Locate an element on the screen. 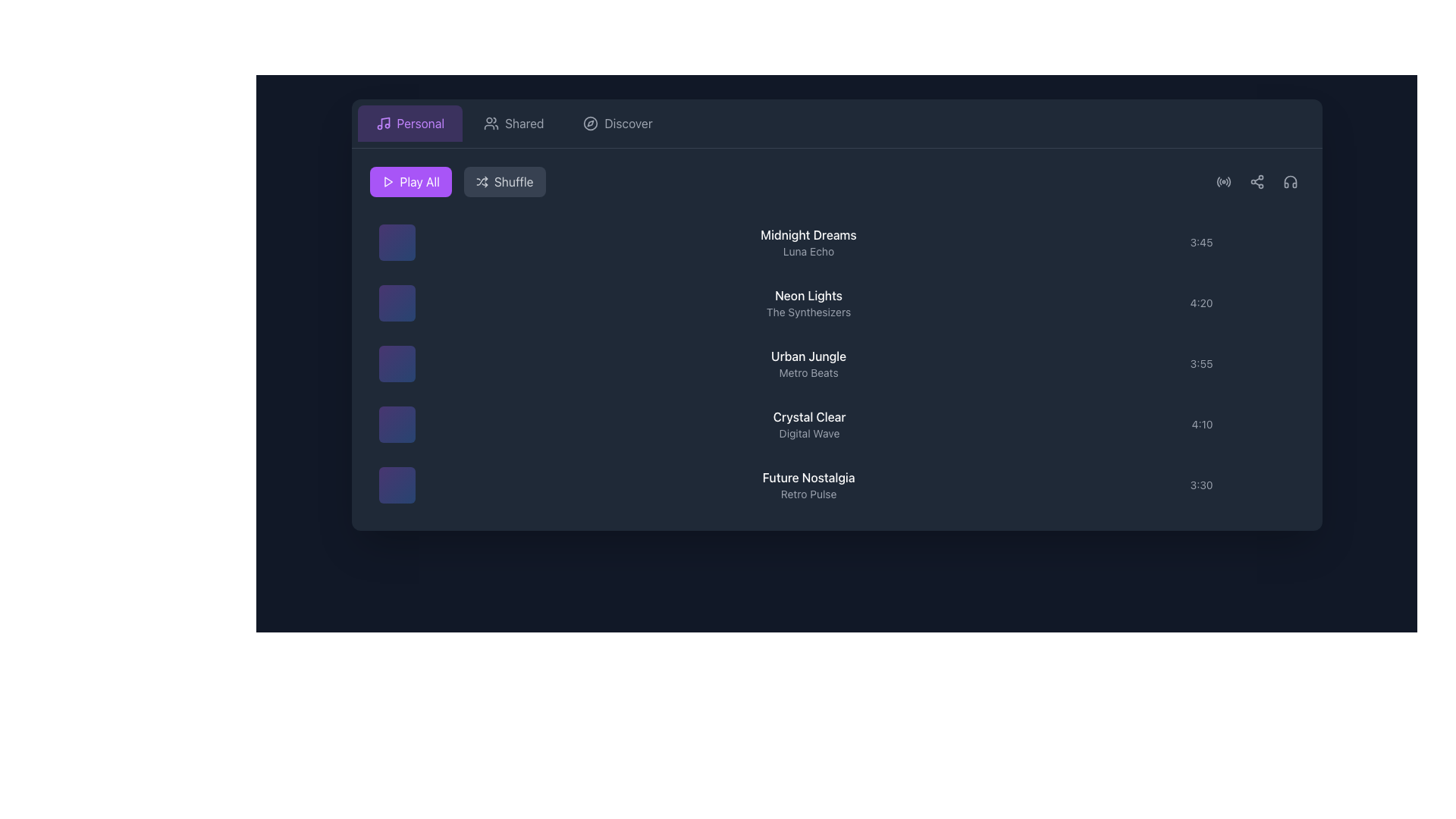  the text label within the shuffle functionality button is located at coordinates (513, 180).